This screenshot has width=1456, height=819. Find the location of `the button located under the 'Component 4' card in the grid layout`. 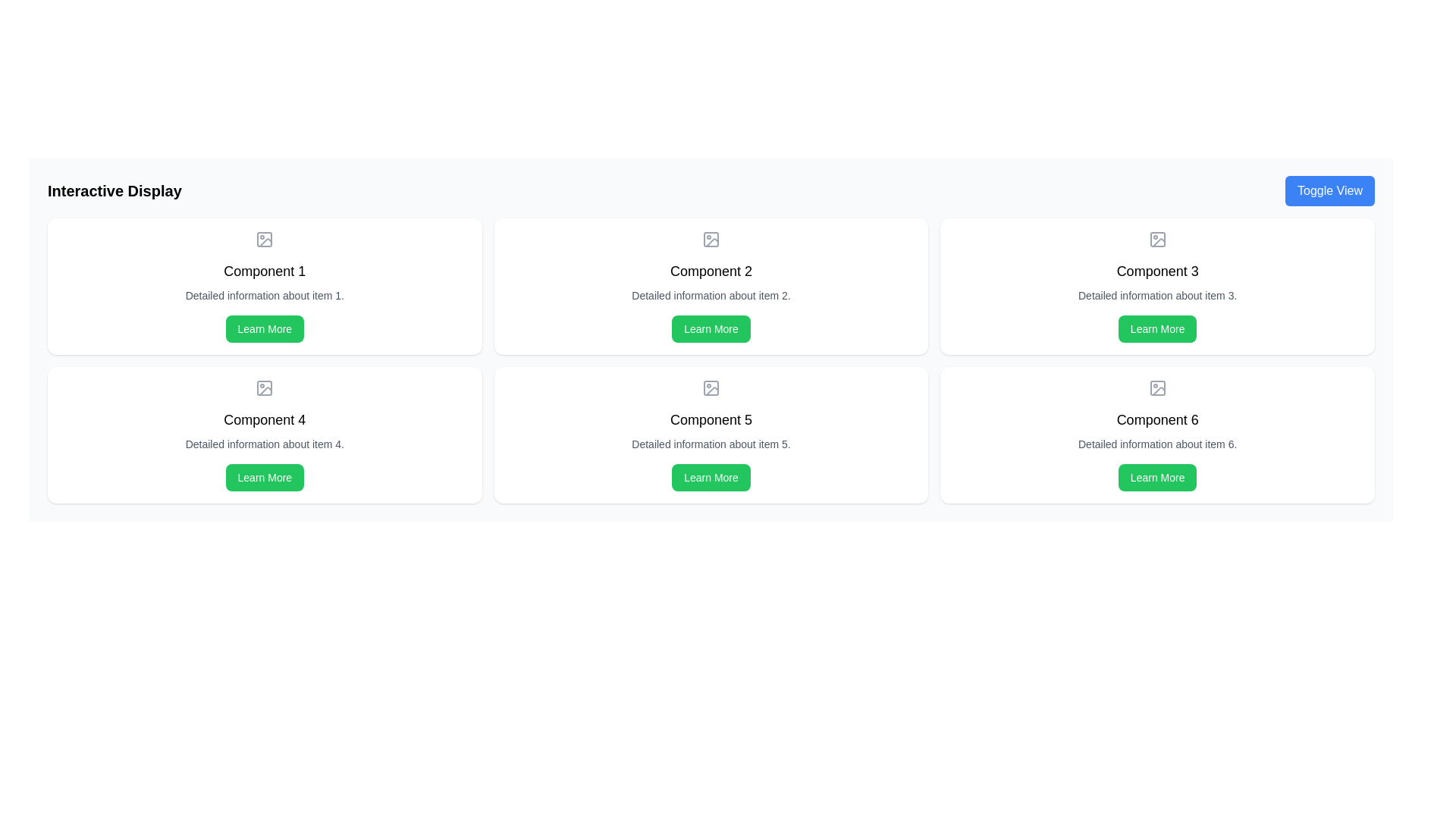

the button located under the 'Component 4' card in the grid layout is located at coordinates (265, 476).